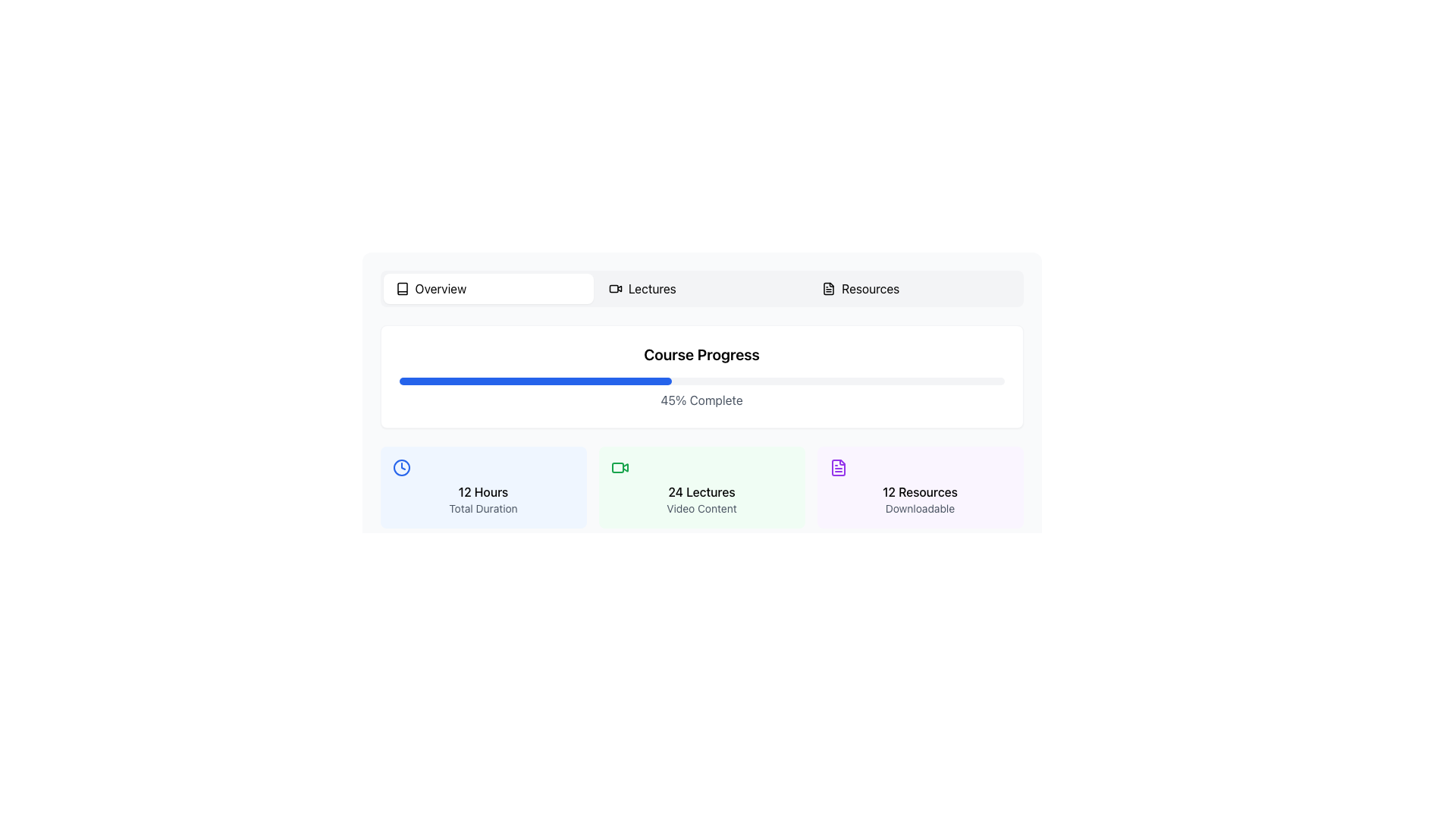  What do you see at coordinates (401, 467) in the screenshot?
I see `the clock icon that represents the duration of '12 Hours' in the top-left section of the associated card` at bounding box center [401, 467].